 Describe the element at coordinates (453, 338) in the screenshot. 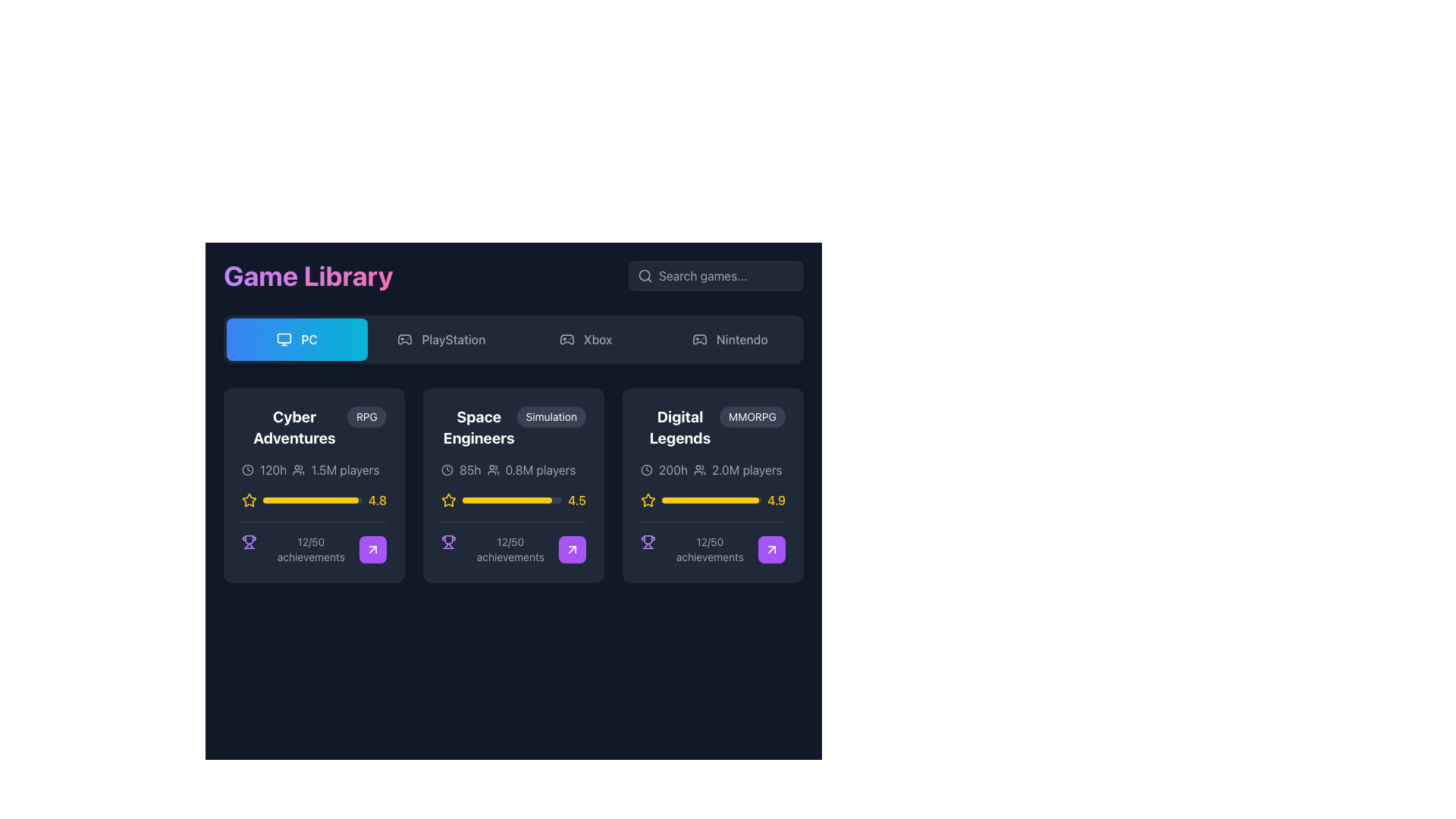

I see `the 'PlayStation' text button in the navigation menu` at that location.